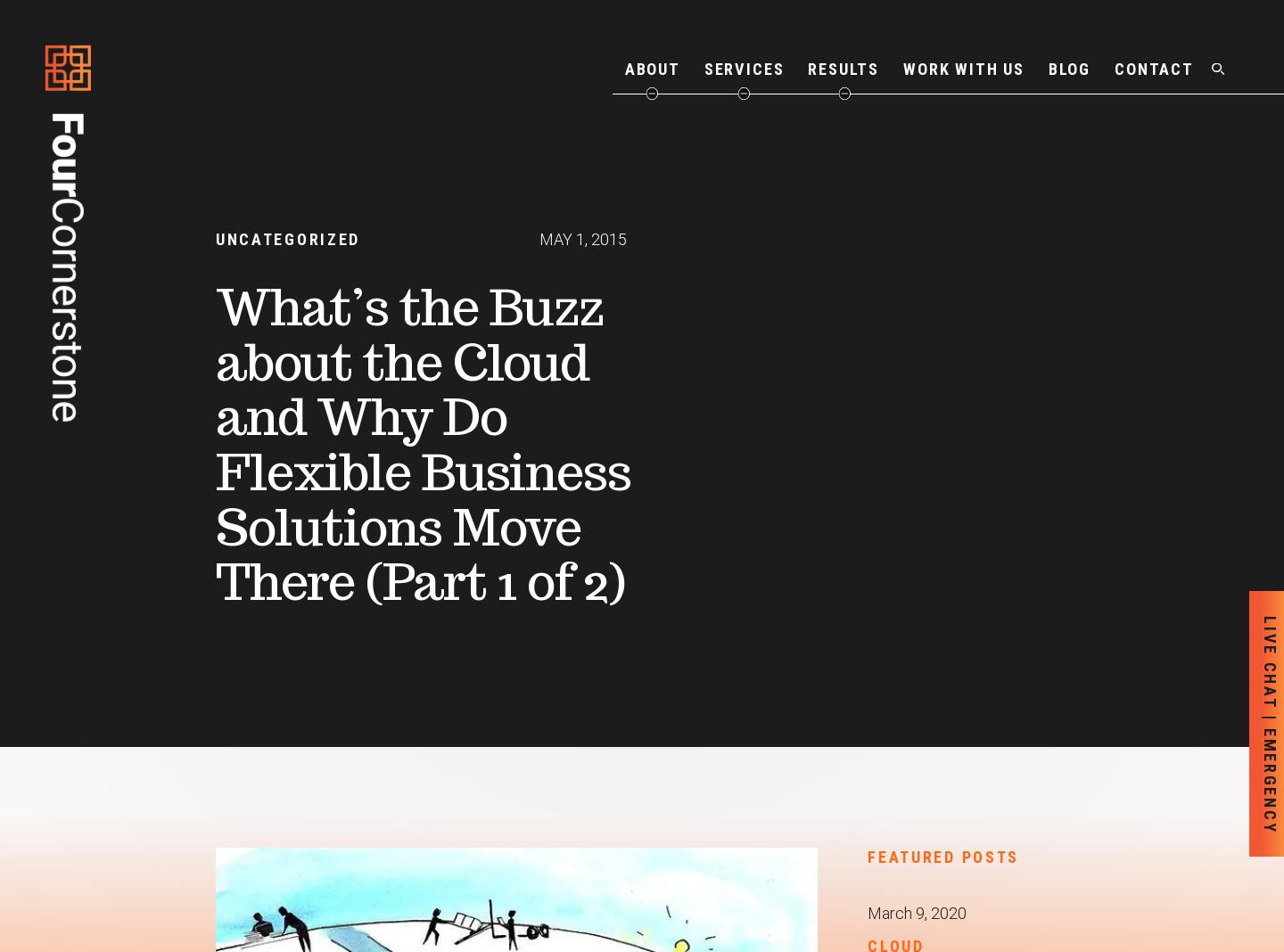 This screenshot has width=1284, height=952. Describe the element at coordinates (942, 856) in the screenshot. I see `'Featured Posts'` at that location.